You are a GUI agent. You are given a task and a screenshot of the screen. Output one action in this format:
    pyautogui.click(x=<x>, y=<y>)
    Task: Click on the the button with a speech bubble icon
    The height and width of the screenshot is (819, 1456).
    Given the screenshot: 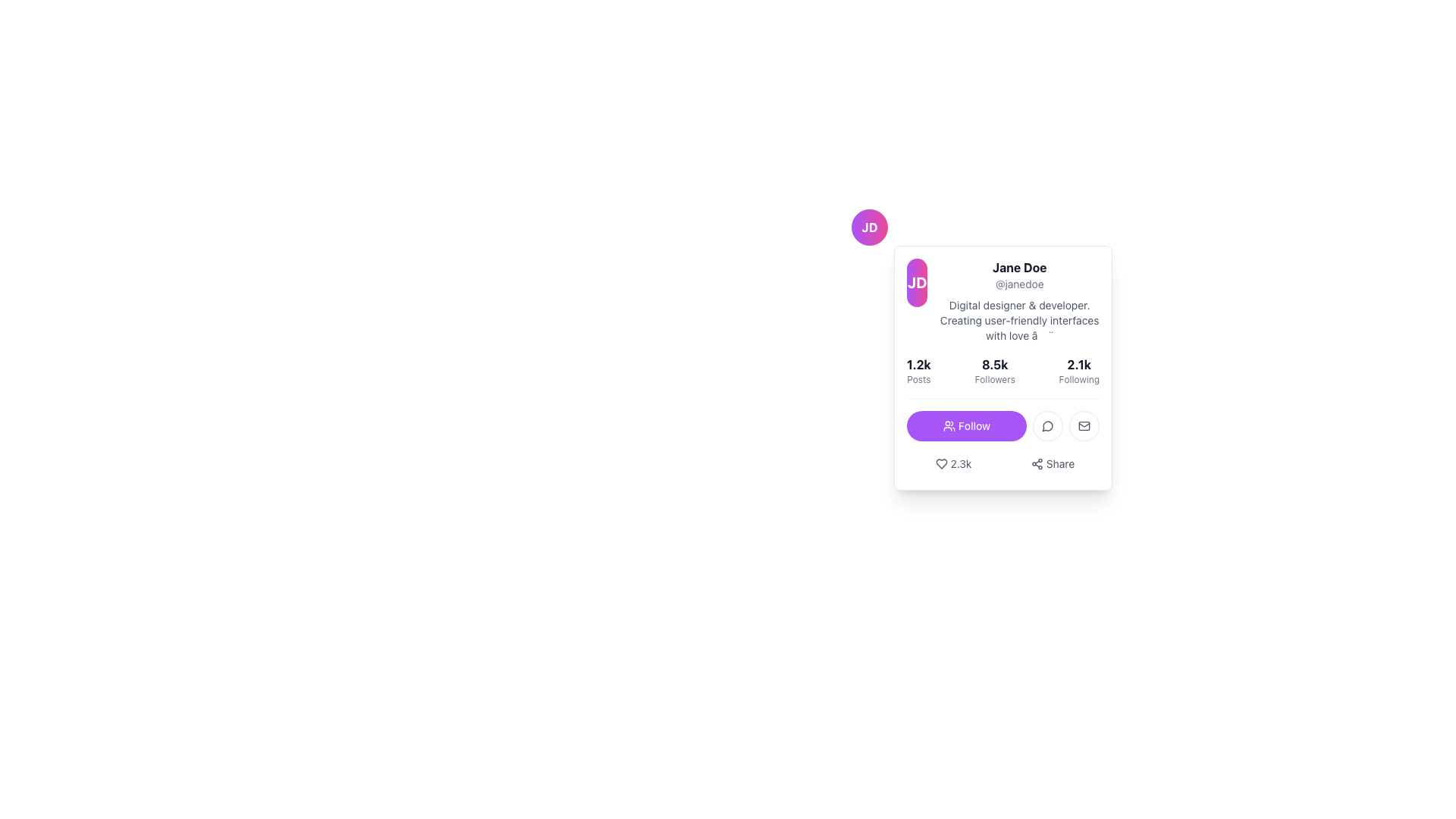 What is the action you would take?
    pyautogui.click(x=1047, y=426)
    